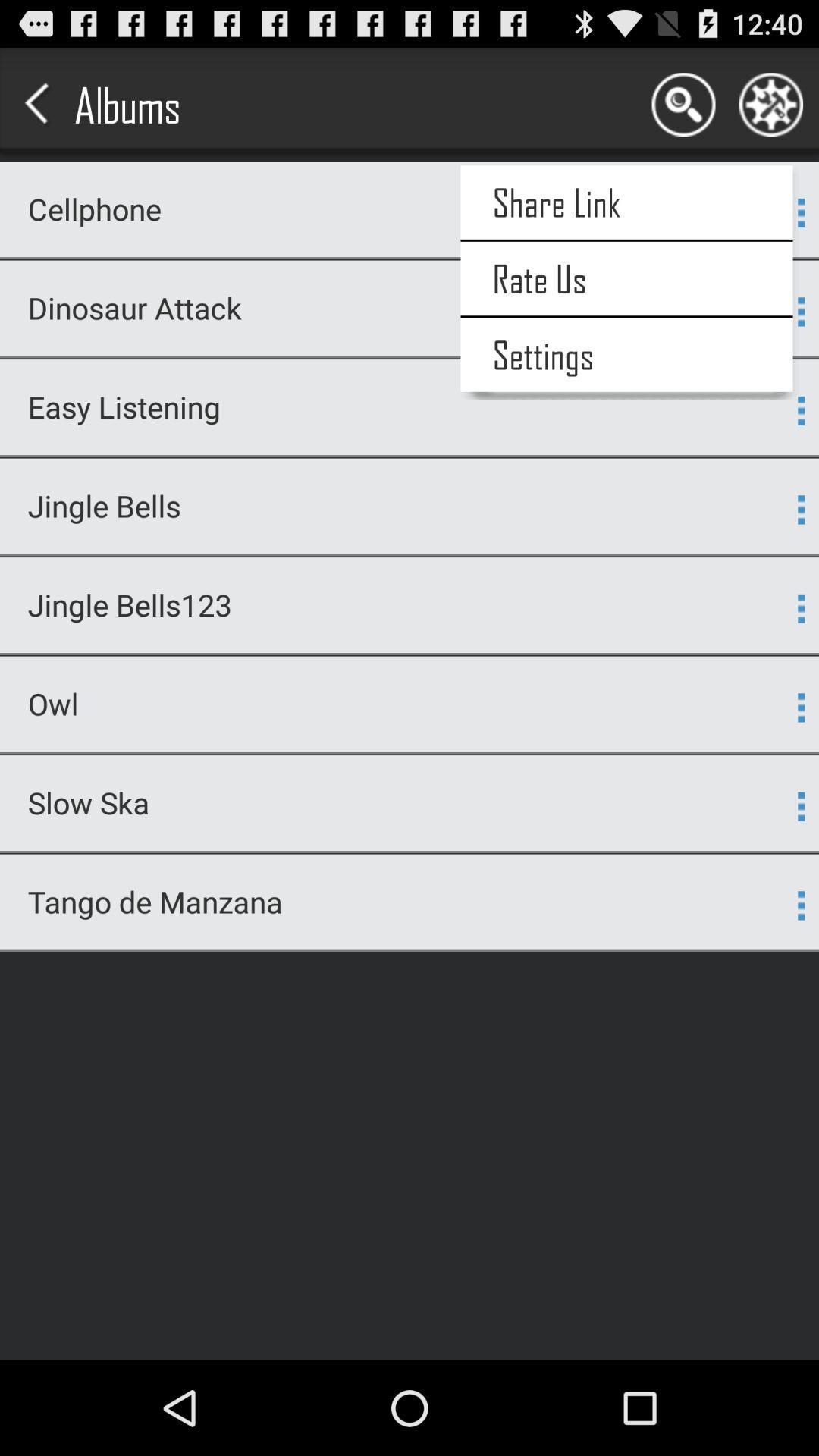 This screenshot has height=1456, width=819. Describe the element at coordinates (771, 111) in the screenshot. I see `the build icon` at that location.